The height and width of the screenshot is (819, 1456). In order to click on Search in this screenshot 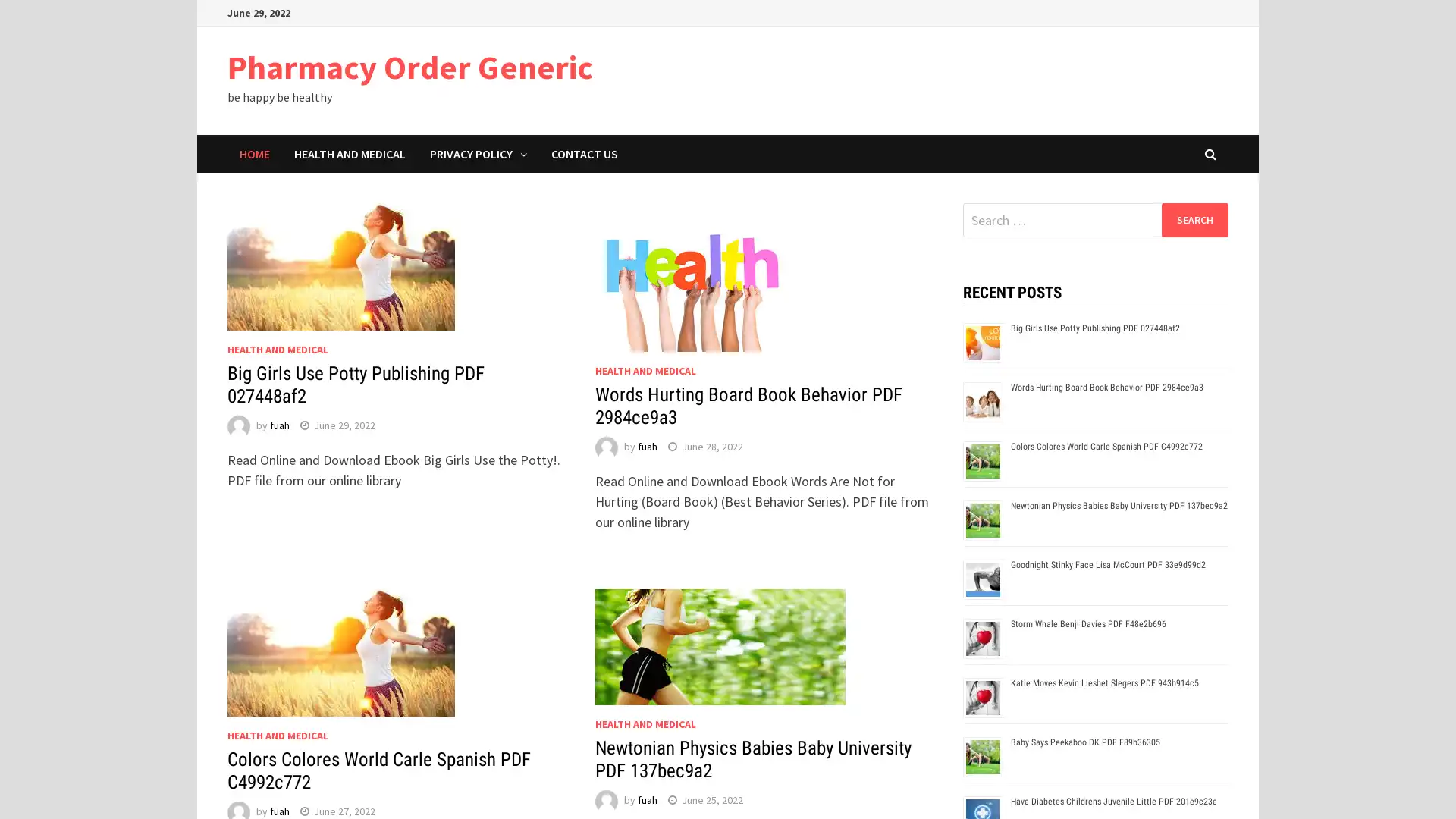, I will do `click(1194, 219)`.